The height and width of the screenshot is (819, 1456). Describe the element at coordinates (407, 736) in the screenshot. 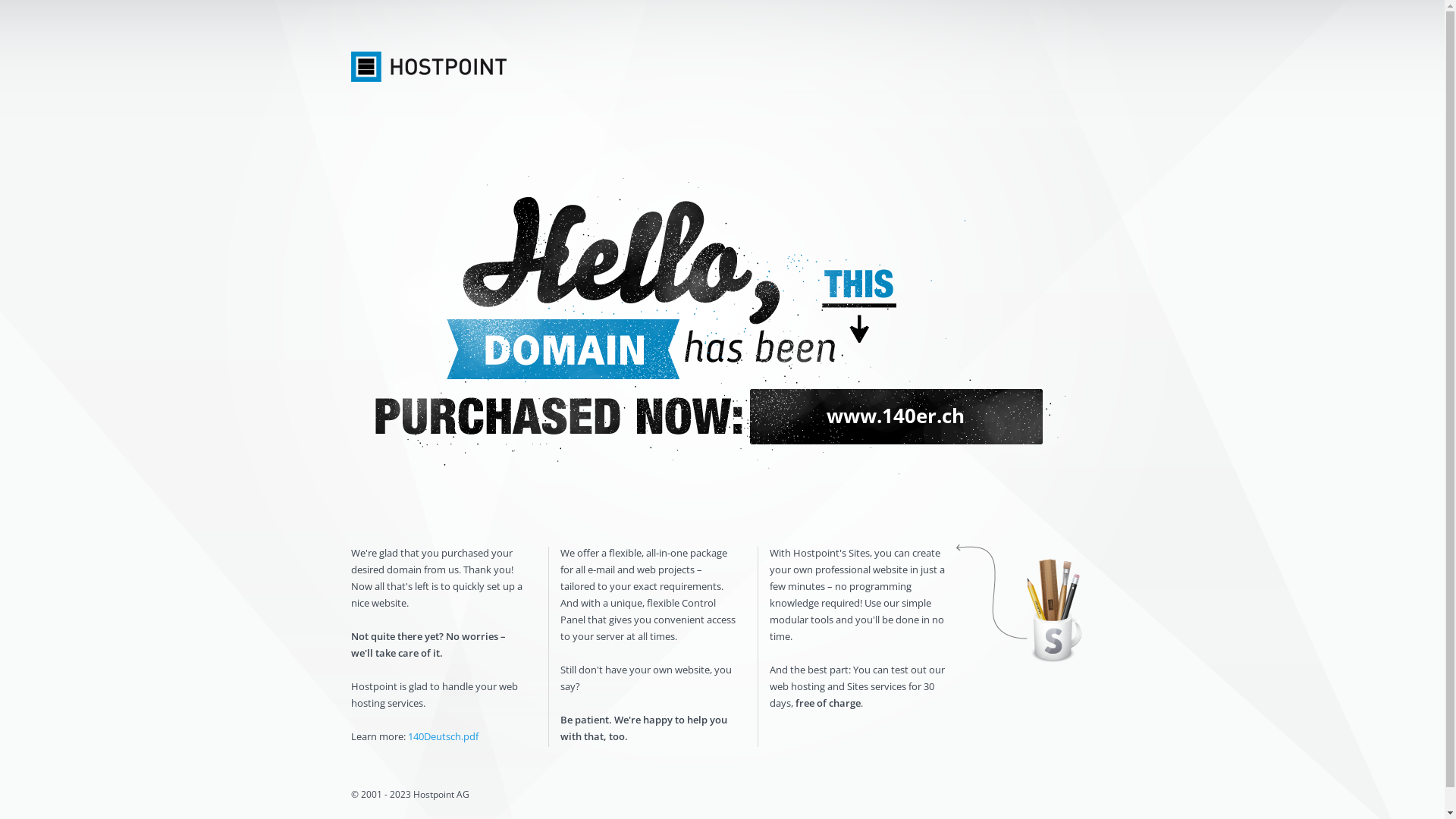

I see `'140Deutsch.pdf'` at that location.